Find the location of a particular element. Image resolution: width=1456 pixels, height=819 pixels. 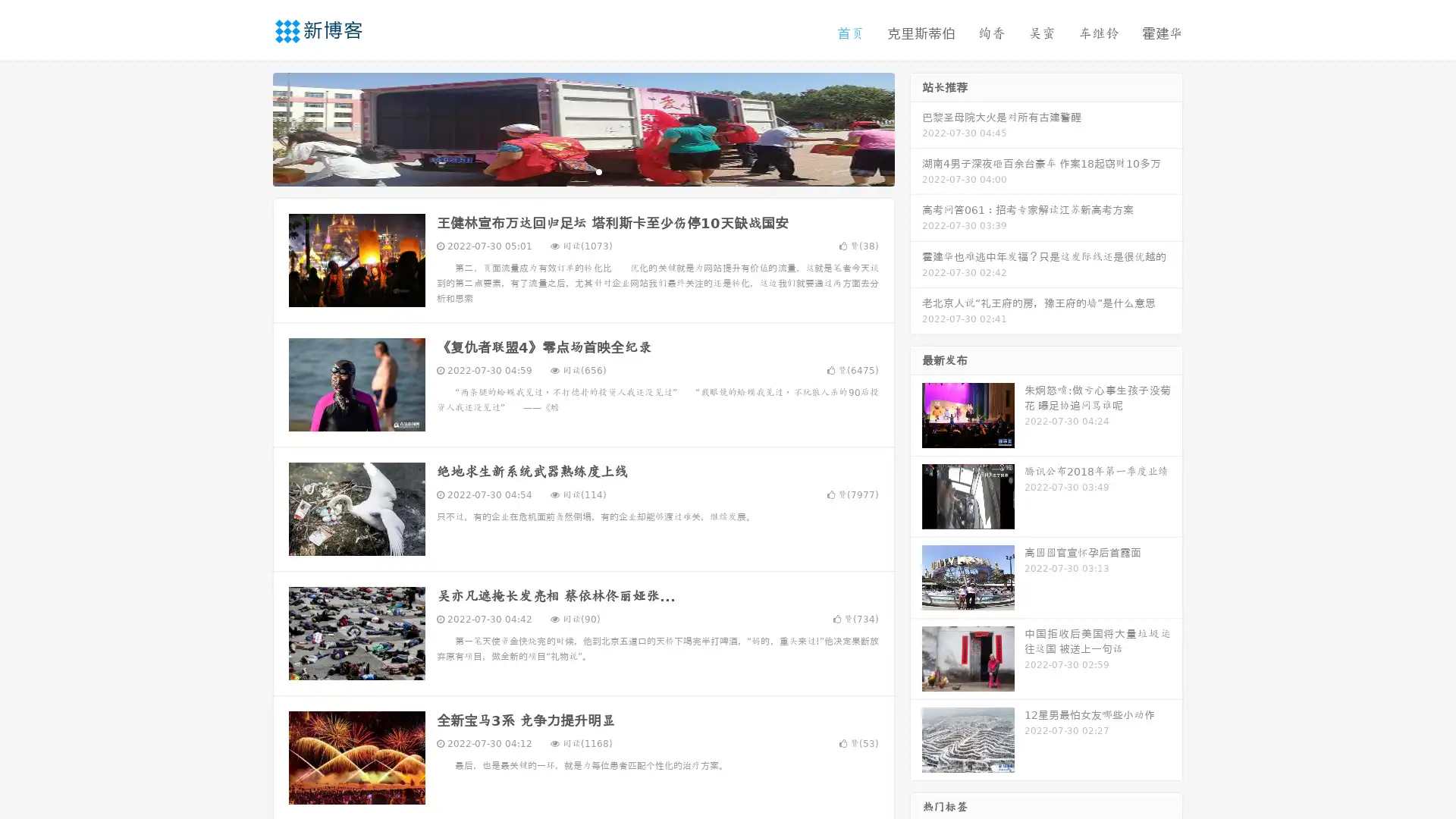

Go to slide 1 is located at coordinates (567, 171).